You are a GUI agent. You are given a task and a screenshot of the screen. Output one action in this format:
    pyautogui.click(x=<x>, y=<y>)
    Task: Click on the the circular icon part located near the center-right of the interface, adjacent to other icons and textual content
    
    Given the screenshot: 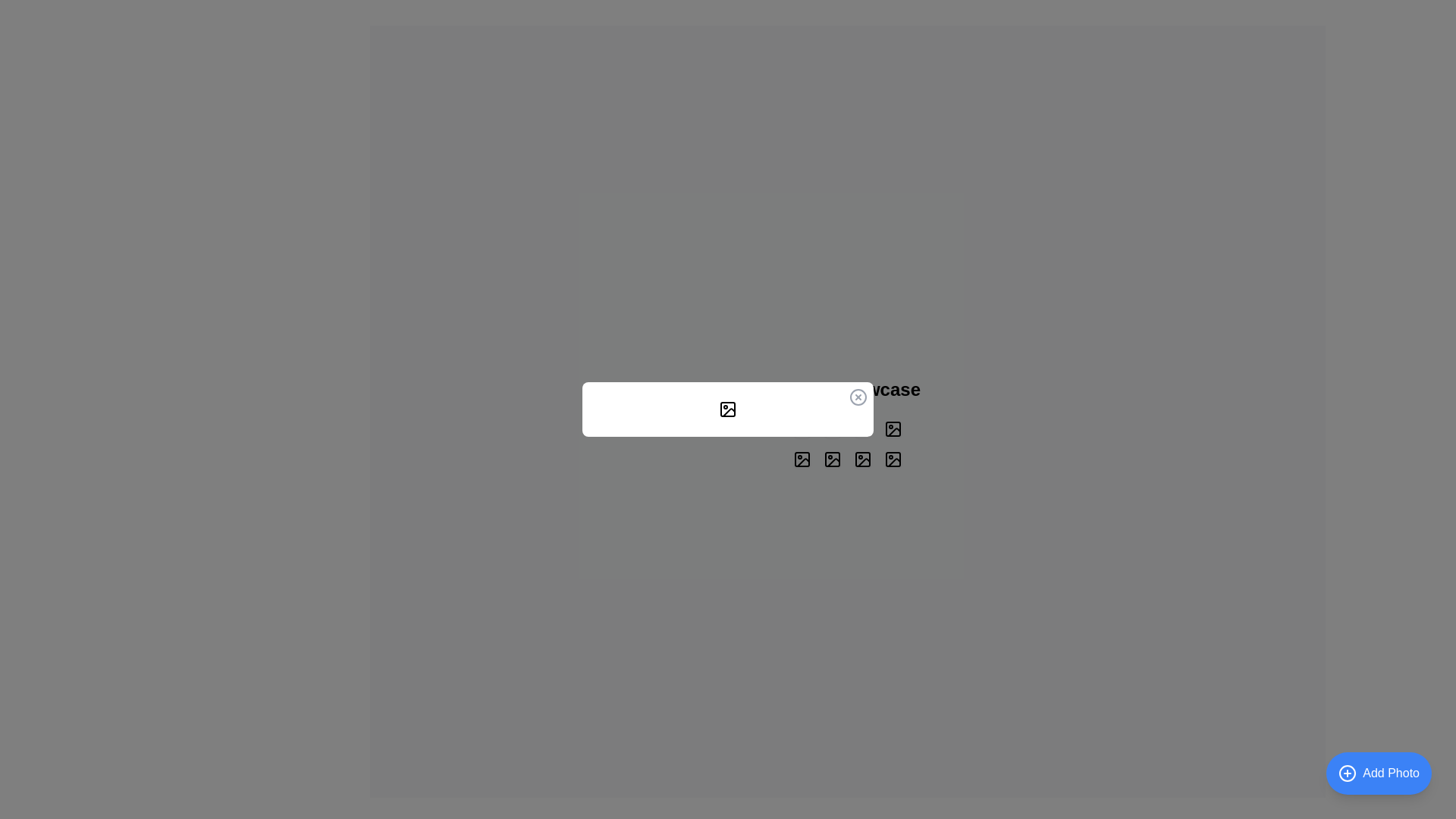 What is the action you would take?
    pyautogui.click(x=862, y=428)
    